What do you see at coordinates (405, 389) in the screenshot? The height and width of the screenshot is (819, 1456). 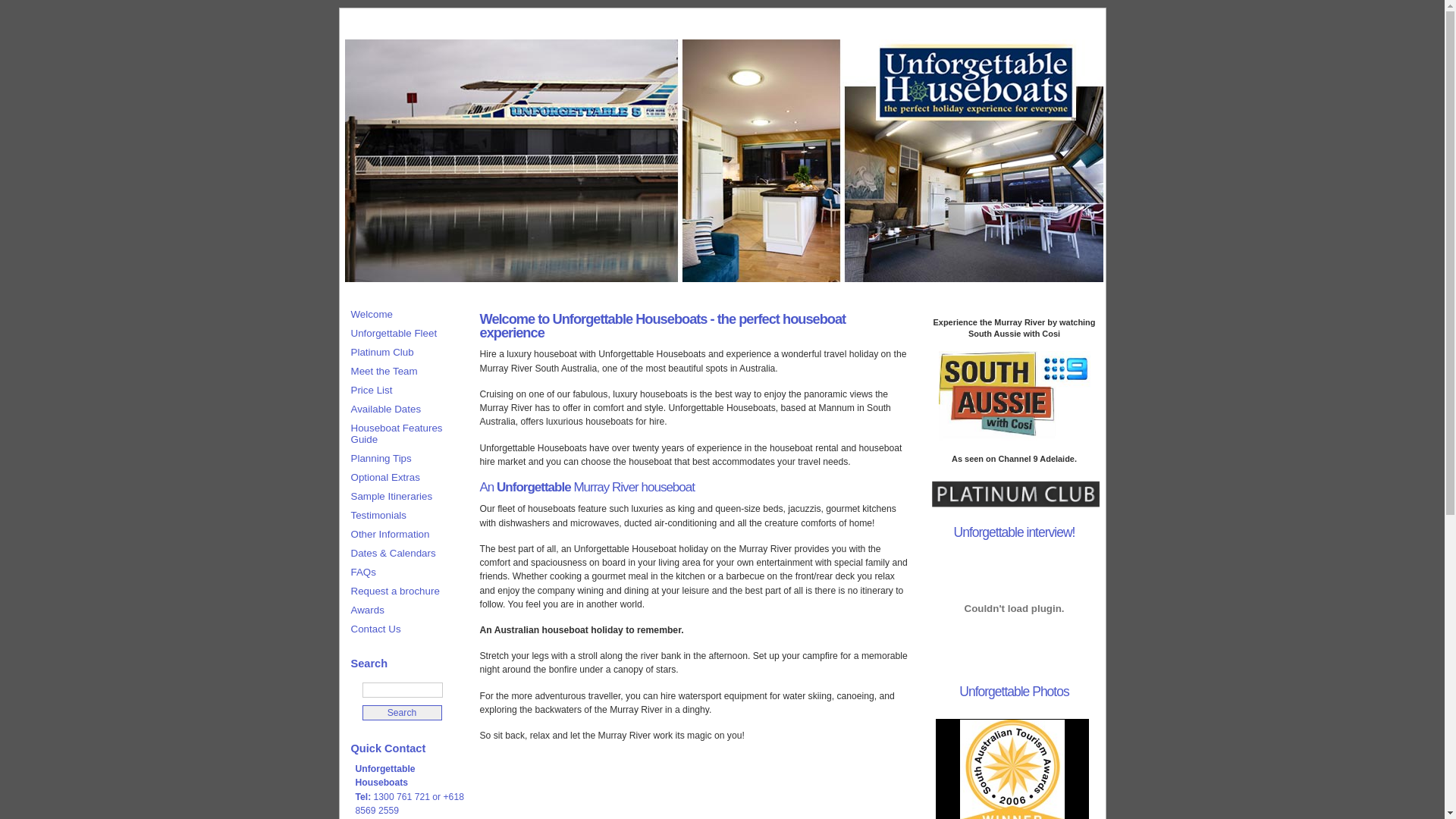 I see `'Price List'` at bounding box center [405, 389].